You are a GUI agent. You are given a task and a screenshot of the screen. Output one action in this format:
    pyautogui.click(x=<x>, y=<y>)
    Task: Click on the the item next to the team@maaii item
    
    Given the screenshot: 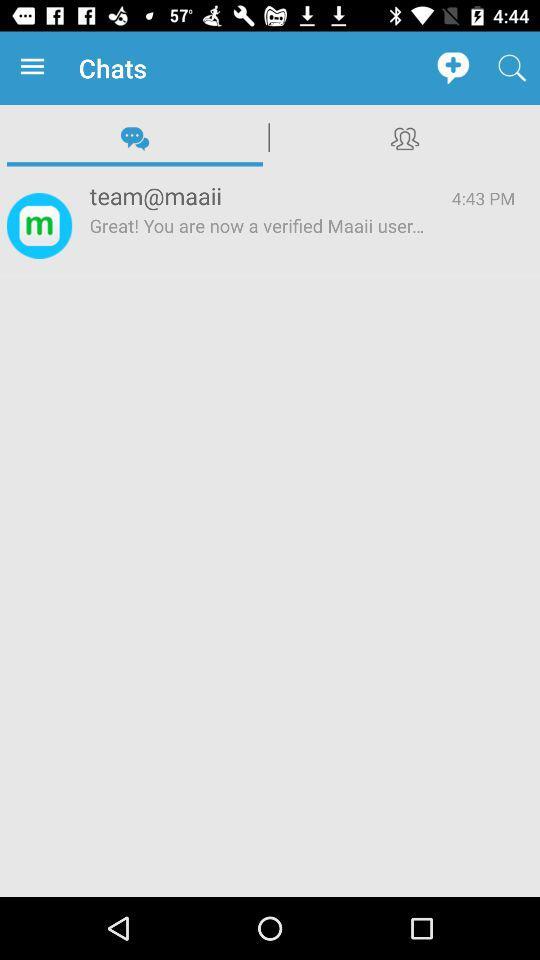 What is the action you would take?
    pyautogui.click(x=39, y=225)
    